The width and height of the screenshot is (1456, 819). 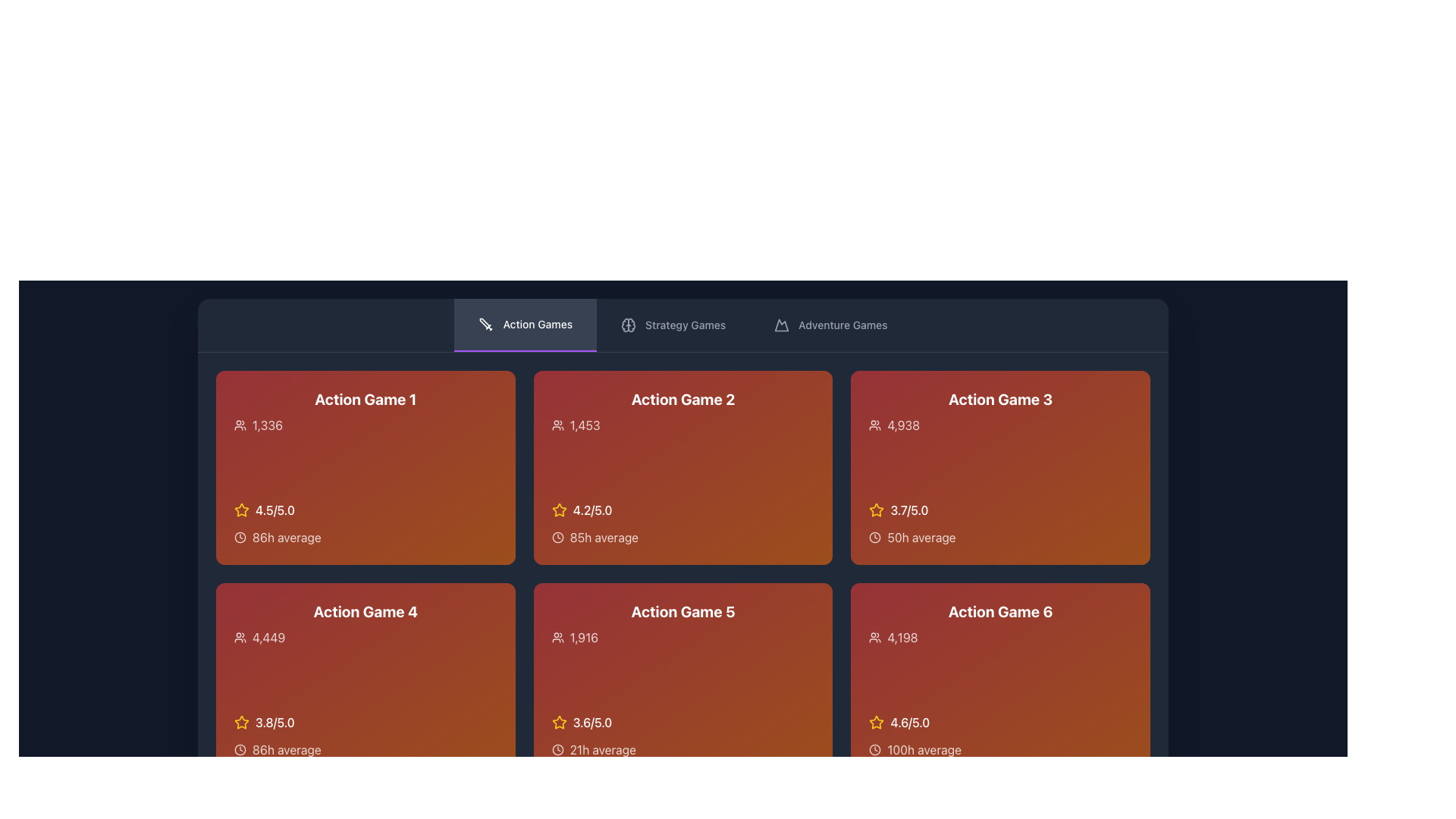 I want to click on the yellow star icon with five points located in the bottom-right of the 'Action Game 6' card's rating display, so click(x=877, y=721).